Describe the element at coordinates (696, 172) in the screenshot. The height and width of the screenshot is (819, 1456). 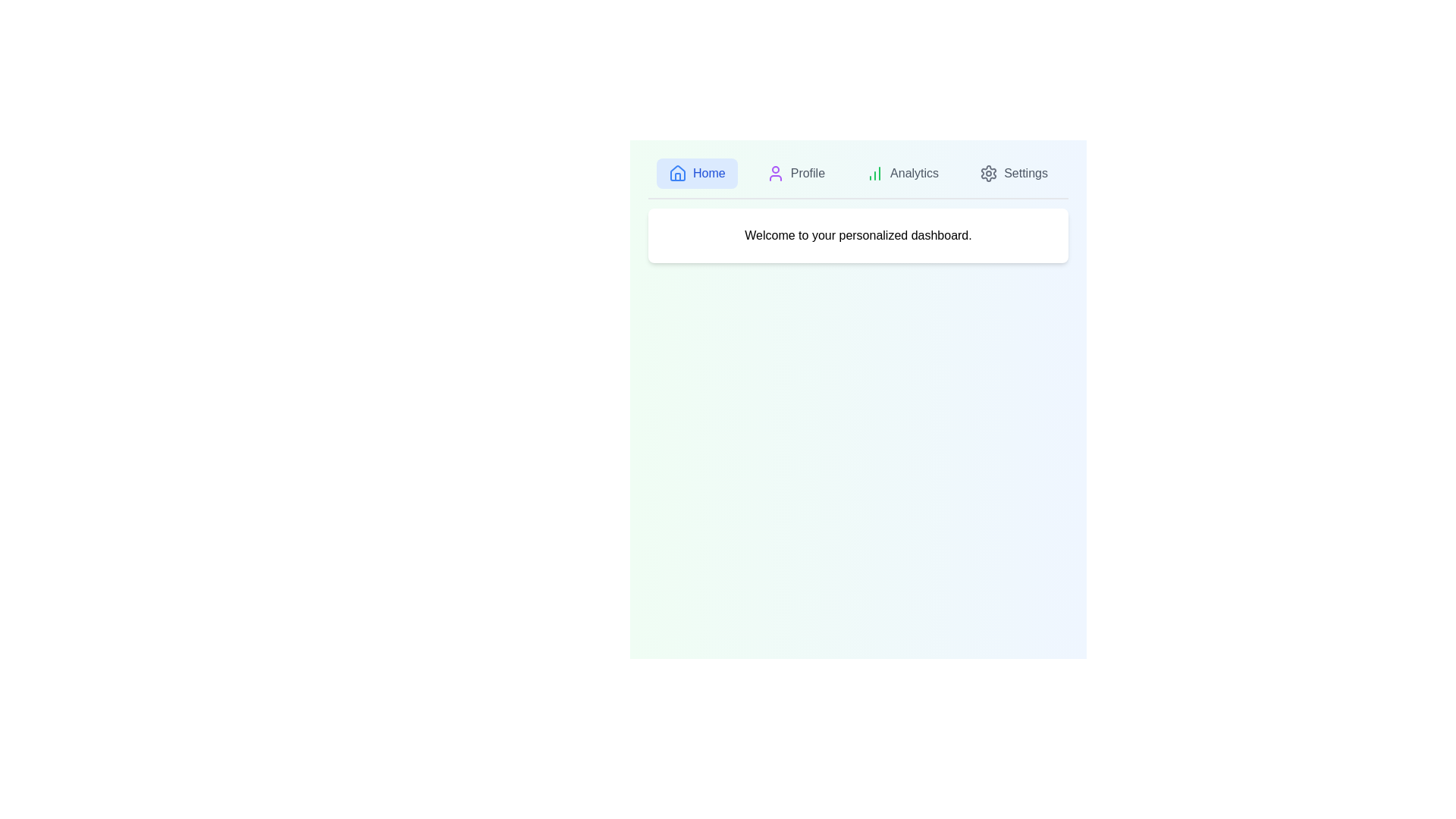
I see `the tab labeled Home by clicking on its icon` at that location.